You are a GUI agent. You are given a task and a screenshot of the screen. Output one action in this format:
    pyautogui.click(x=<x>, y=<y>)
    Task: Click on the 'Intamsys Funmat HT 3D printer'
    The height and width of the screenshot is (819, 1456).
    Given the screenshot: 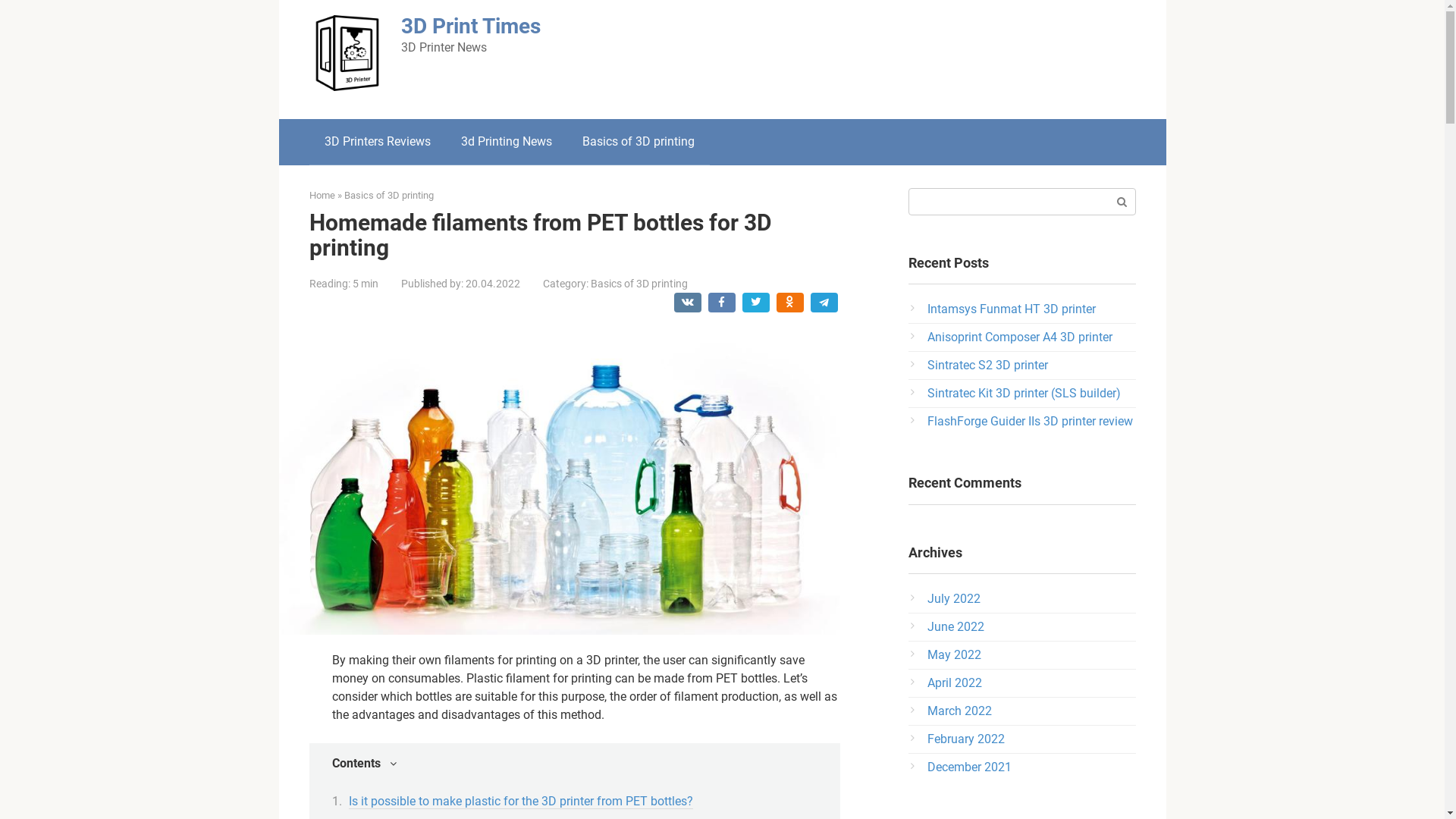 What is the action you would take?
    pyautogui.click(x=1011, y=308)
    